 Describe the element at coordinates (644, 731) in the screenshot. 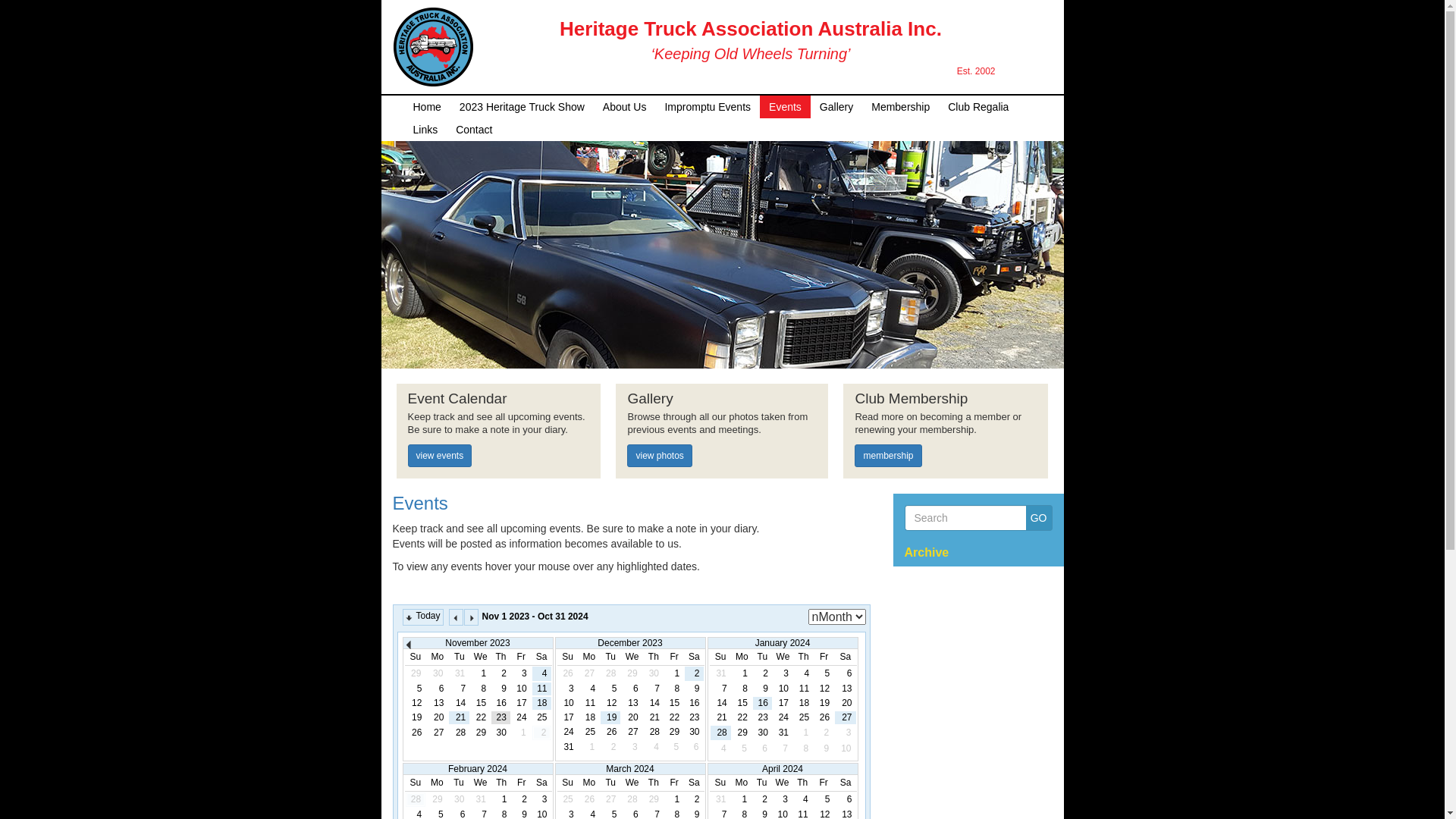

I see `'28'` at that location.